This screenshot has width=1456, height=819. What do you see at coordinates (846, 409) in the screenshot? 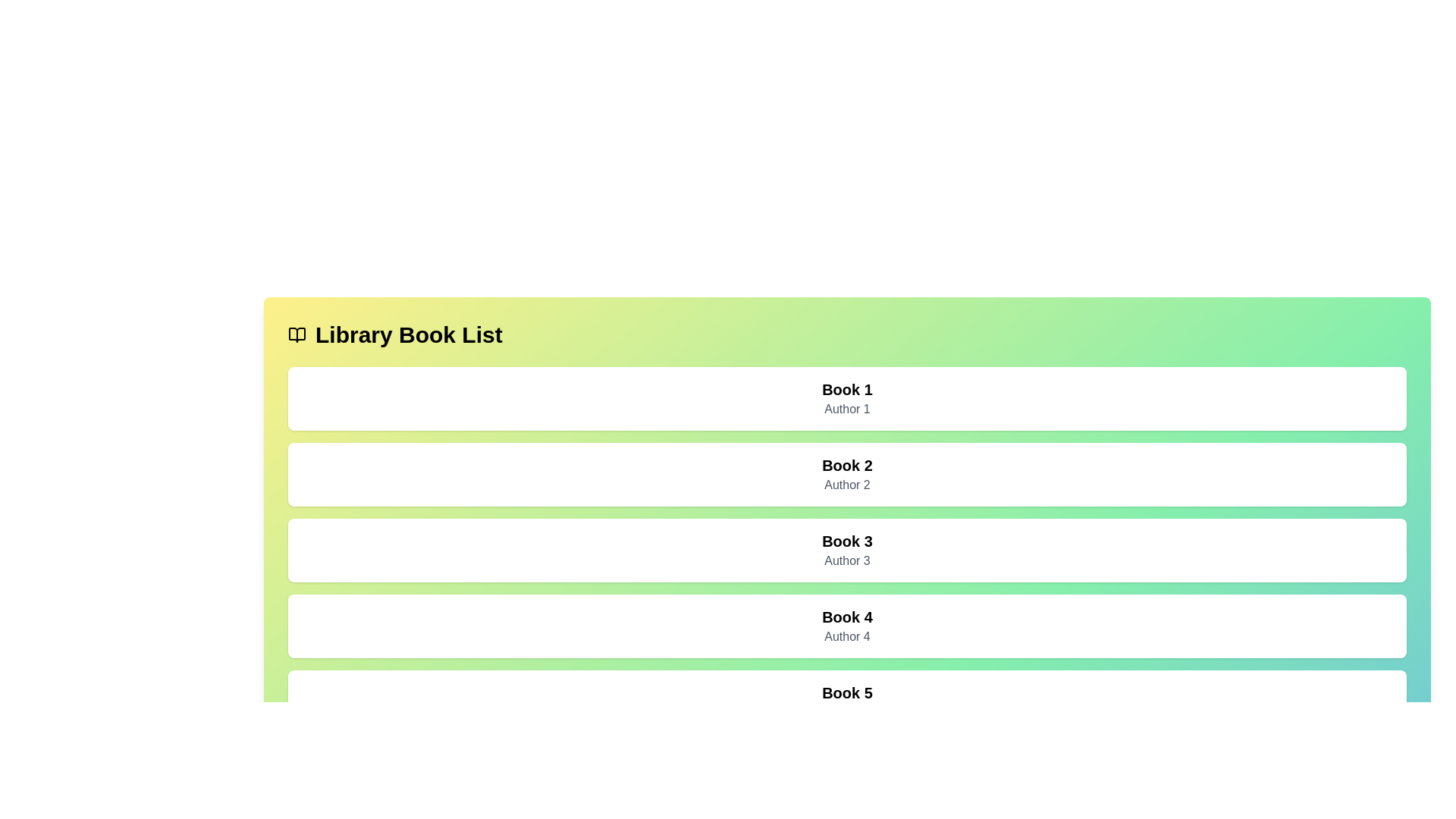
I see `the text label indicating the author of 'Book 1', which is positioned directly below the book title in the first entry of the book list` at bounding box center [846, 409].